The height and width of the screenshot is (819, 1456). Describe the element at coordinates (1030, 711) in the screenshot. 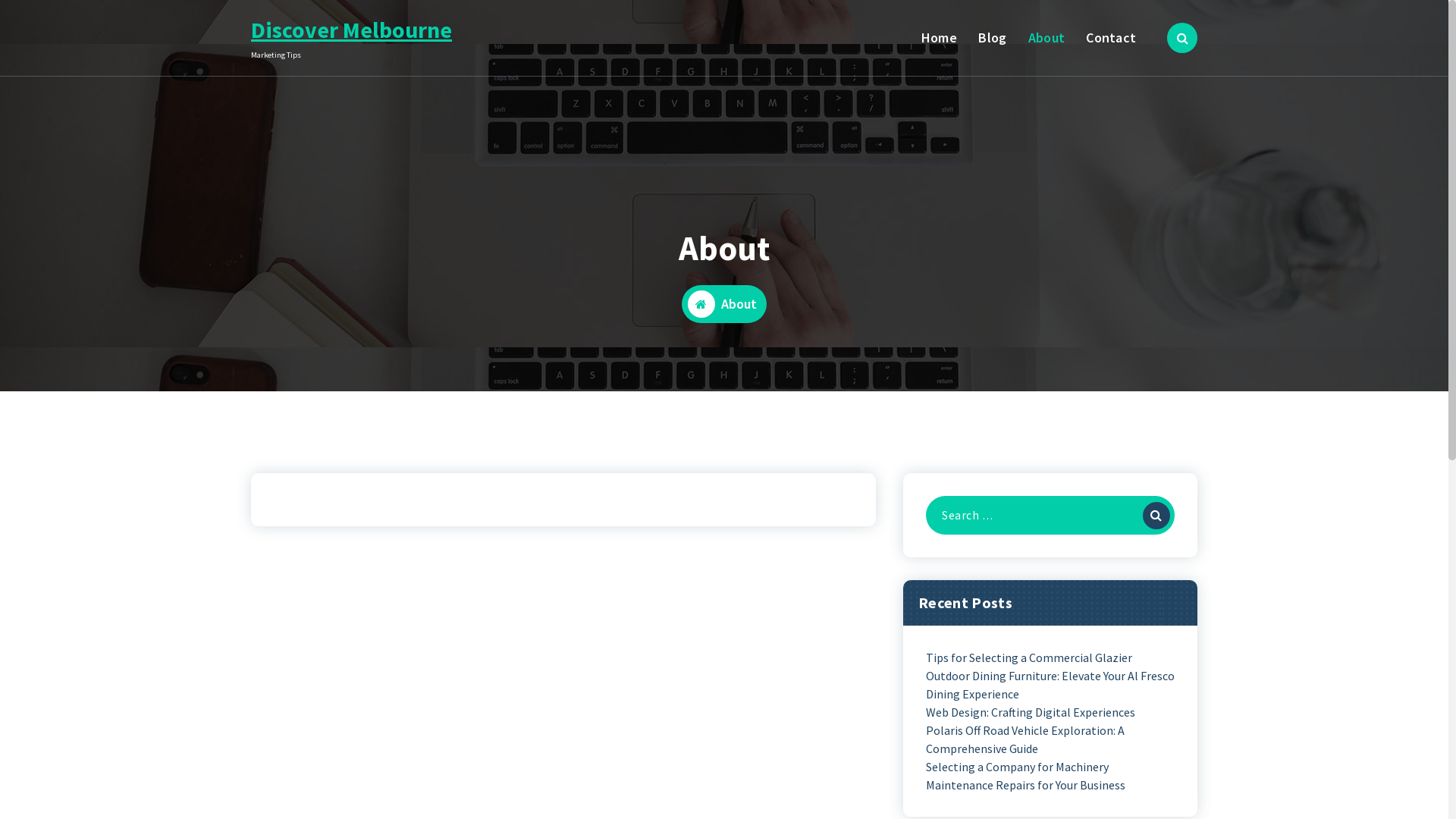

I see `'Web Design: Crafting Digital Experiences'` at that location.